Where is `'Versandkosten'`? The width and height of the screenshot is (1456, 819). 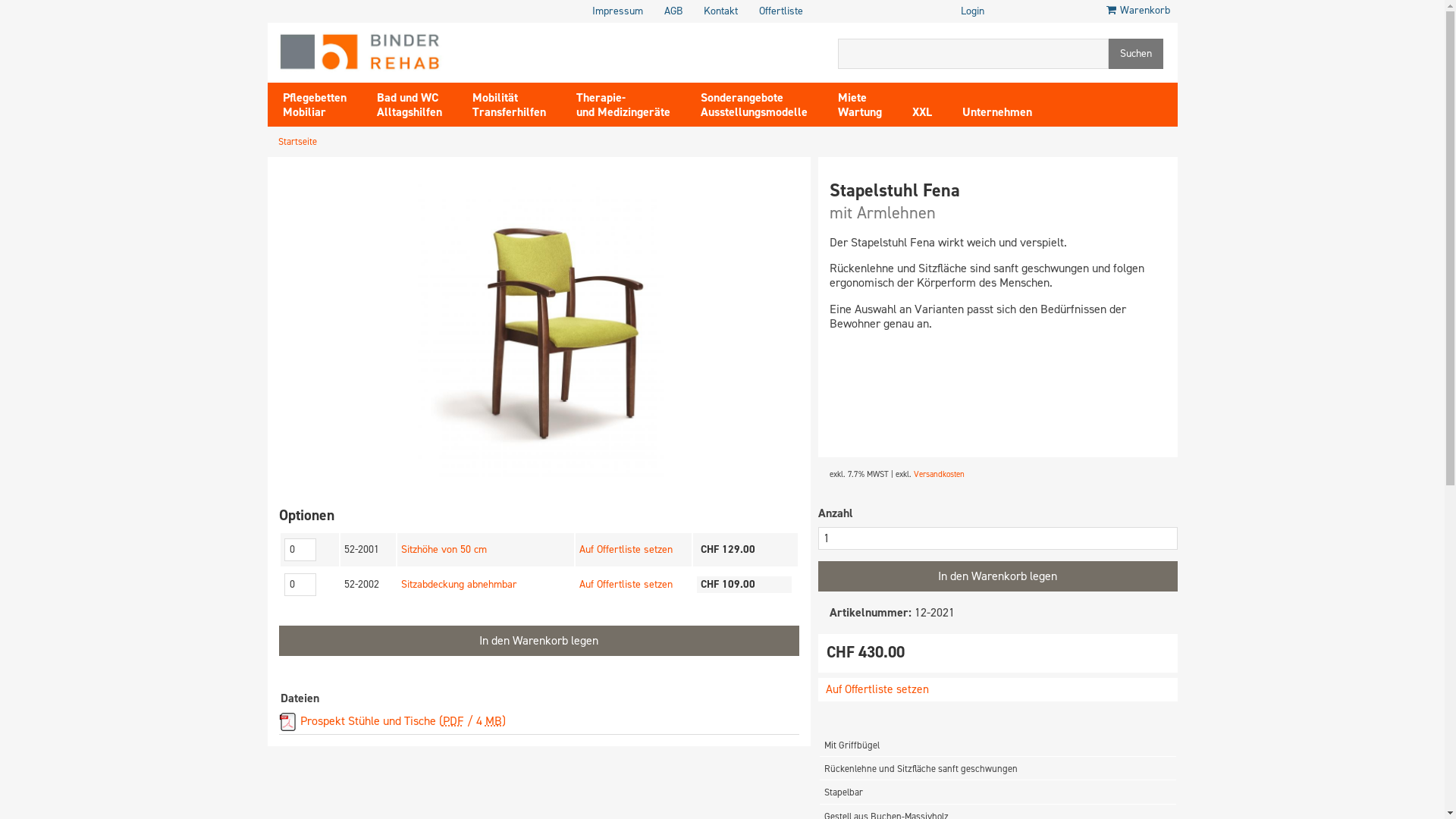 'Versandkosten' is located at coordinates (937, 473).